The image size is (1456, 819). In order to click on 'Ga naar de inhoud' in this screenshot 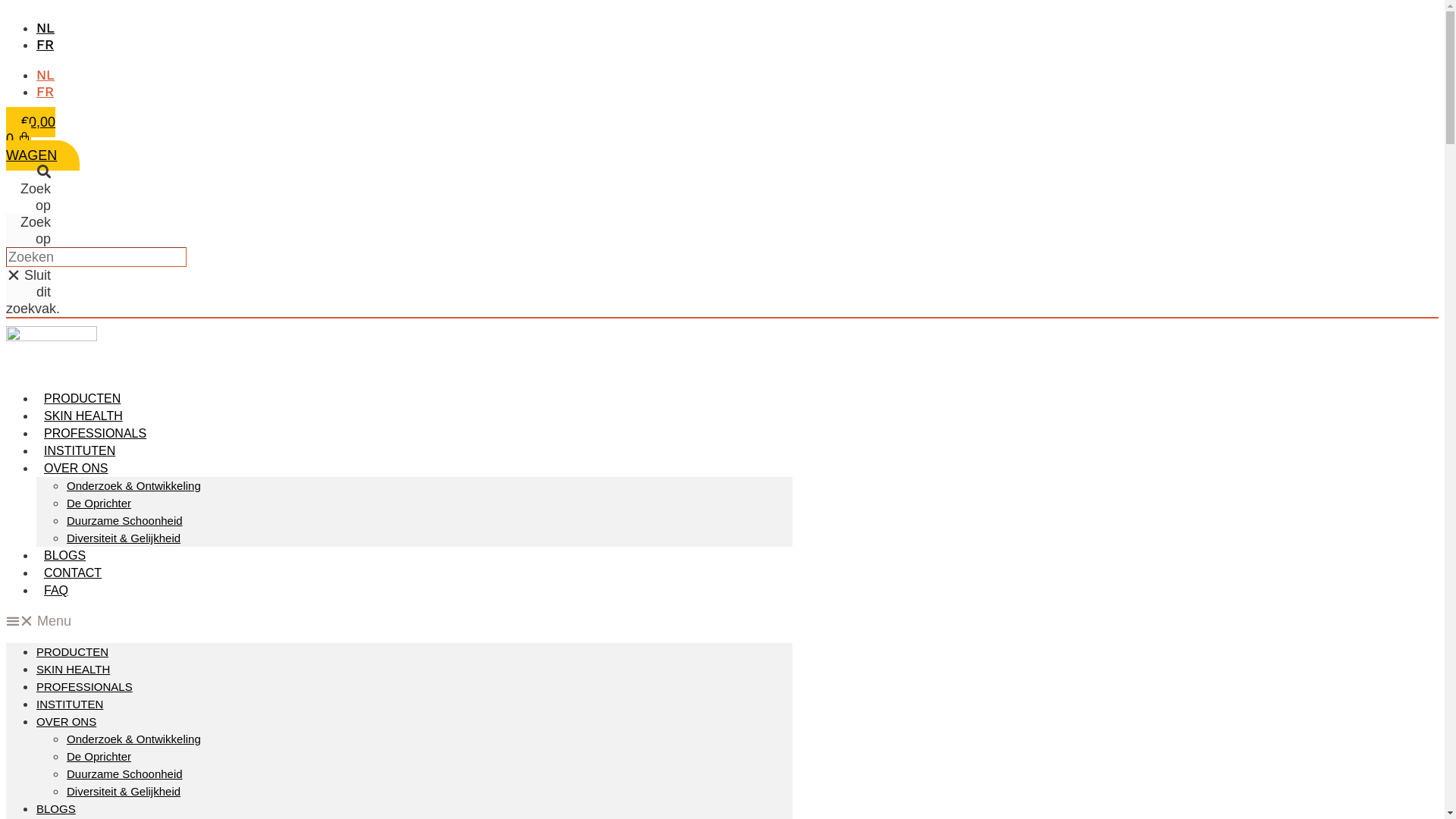, I will do `click(5, 5)`.